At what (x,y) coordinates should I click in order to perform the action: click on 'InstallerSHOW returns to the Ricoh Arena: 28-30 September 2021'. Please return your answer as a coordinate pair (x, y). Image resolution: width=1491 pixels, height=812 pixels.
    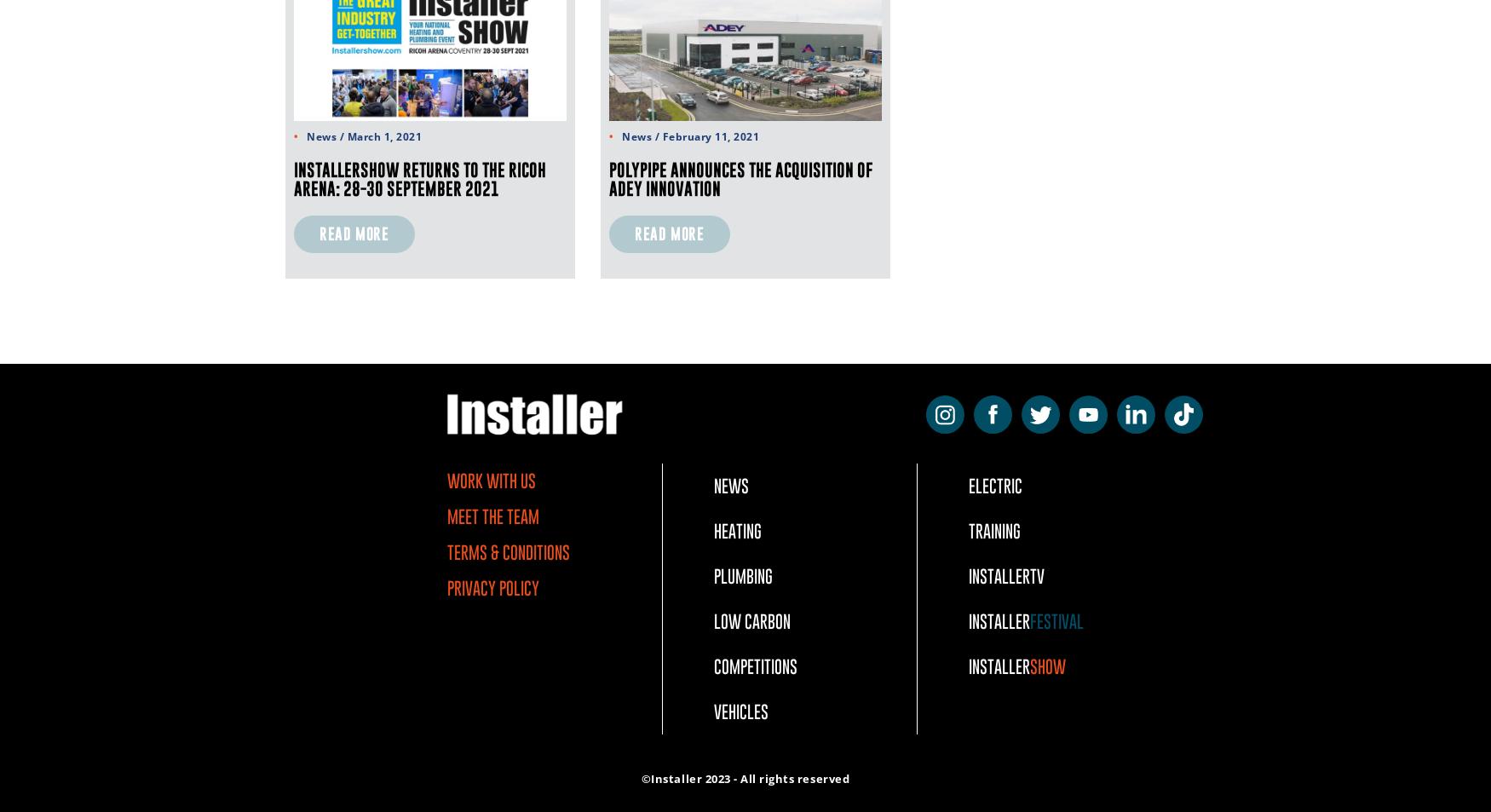
    Looking at the image, I should click on (419, 178).